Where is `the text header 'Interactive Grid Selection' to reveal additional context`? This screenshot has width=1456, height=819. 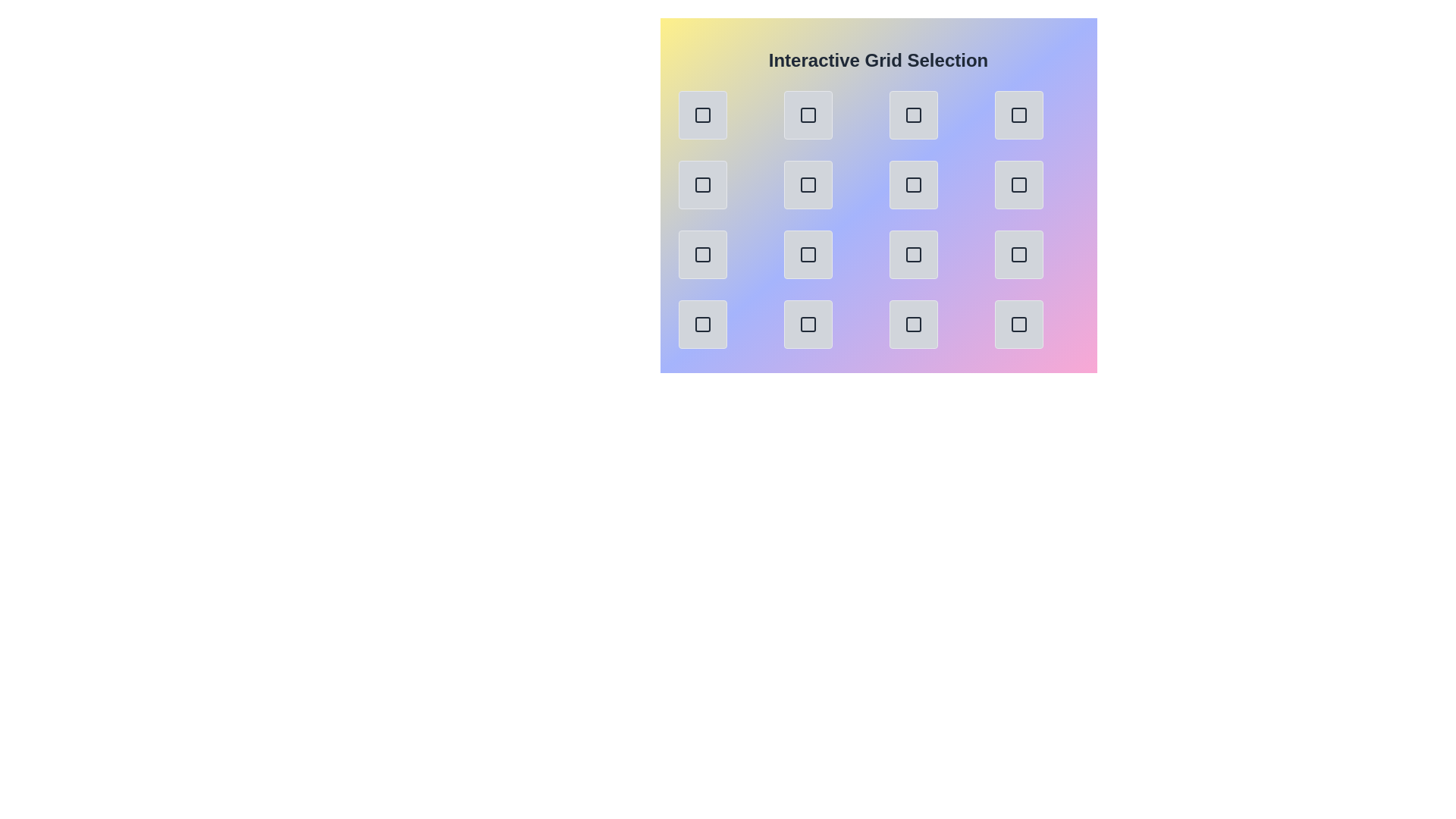 the text header 'Interactive Grid Selection' to reveal additional context is located at coordinates (878, 60).